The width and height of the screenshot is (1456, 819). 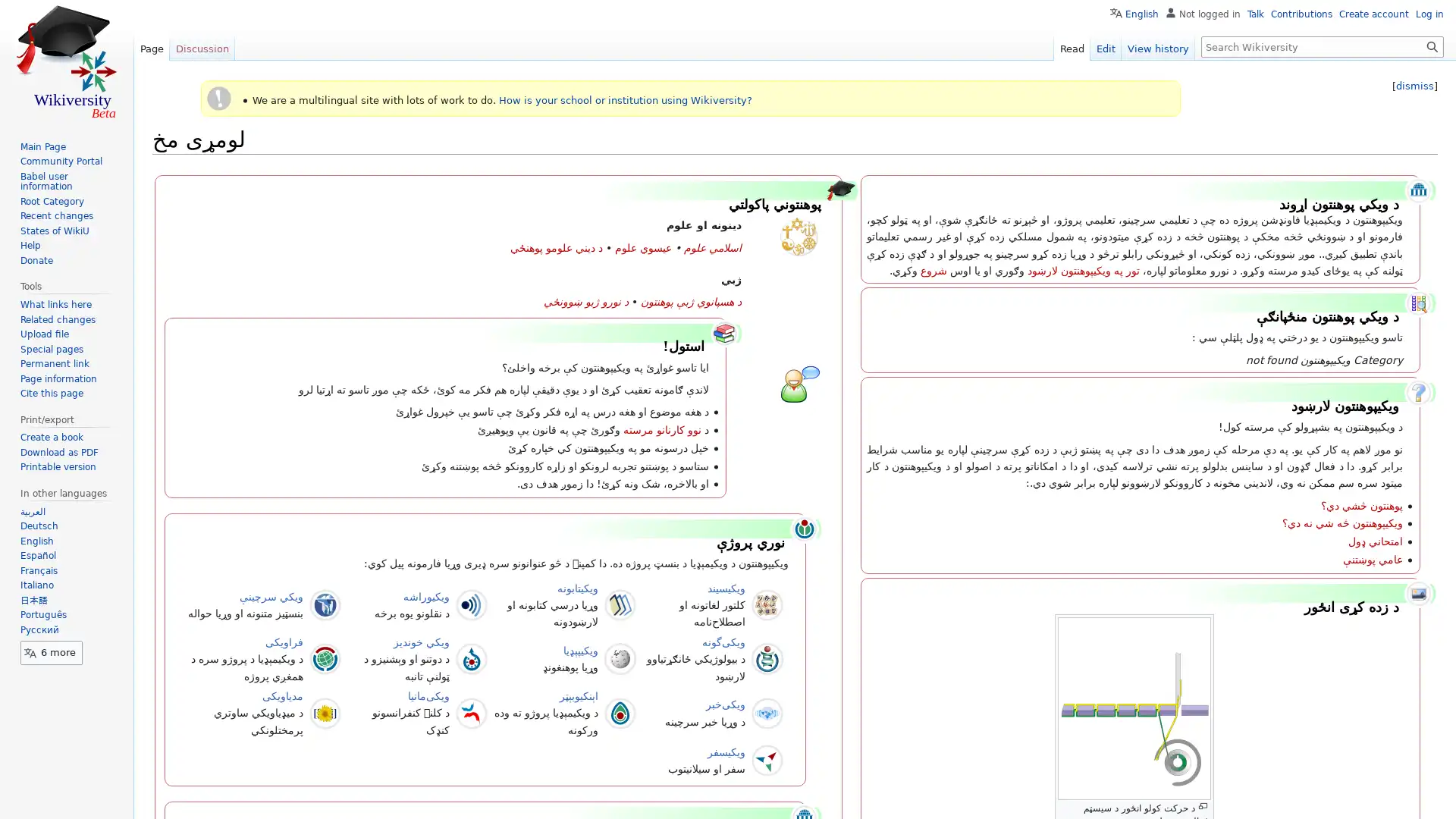 What do you see at coordinates (1414, 86) in the screenshot?
I see `dismiss` at bounding box center [1414, 86].